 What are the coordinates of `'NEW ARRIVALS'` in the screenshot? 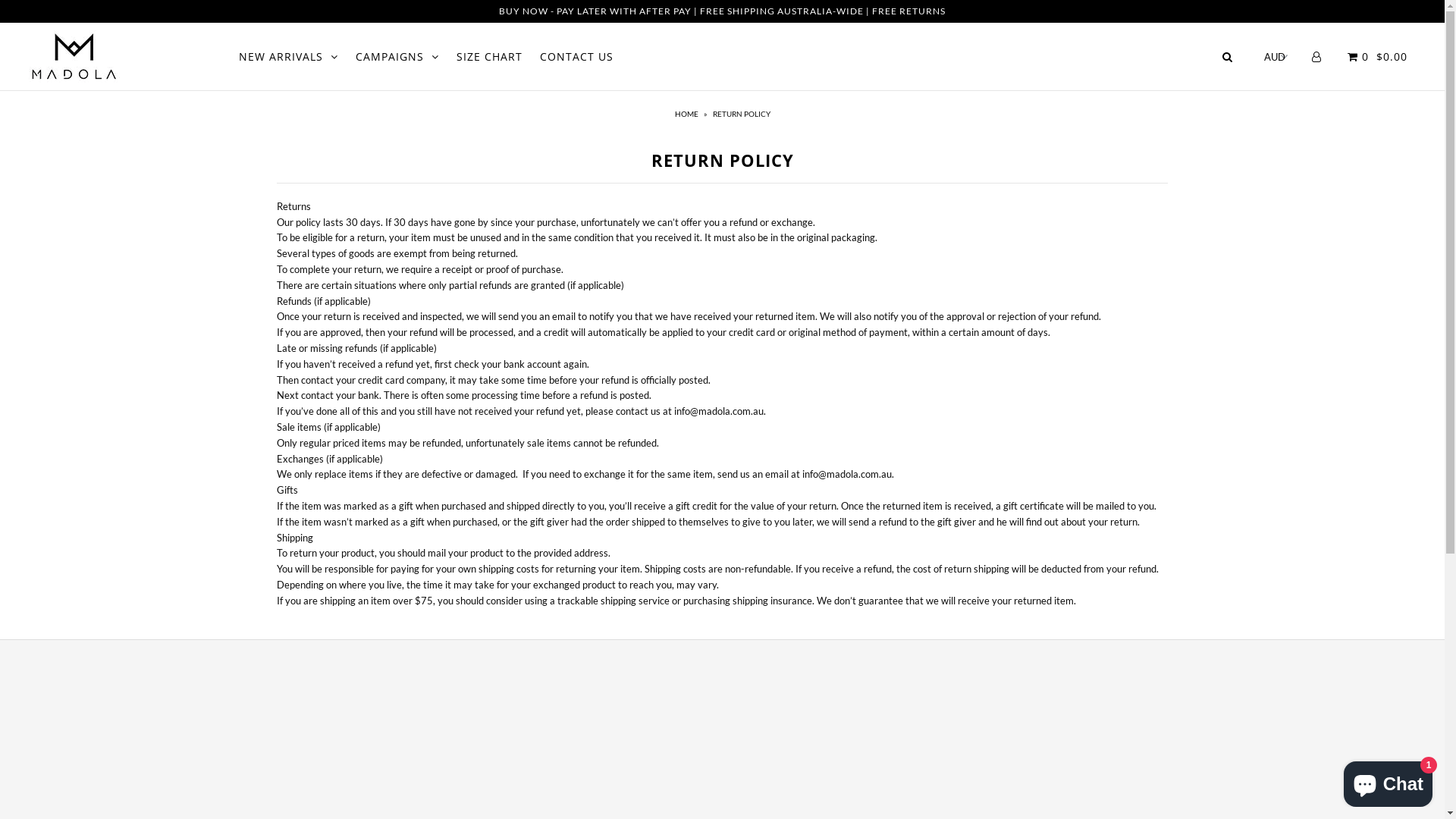 It's located at (288, 55).